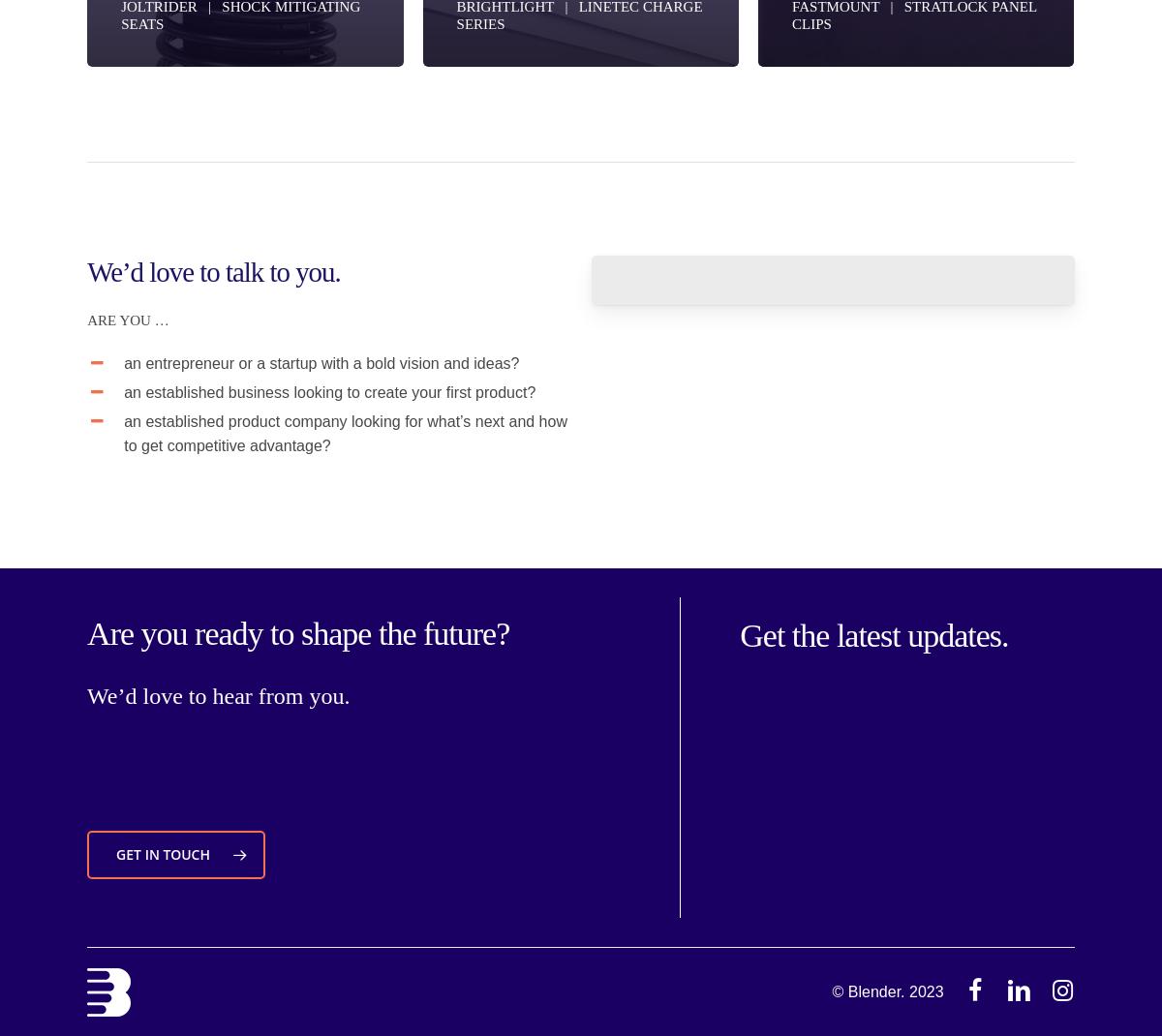 This screenshot has width=1162, height=1036. I want to click on 'Get the latest updates.', so click(873, 634).